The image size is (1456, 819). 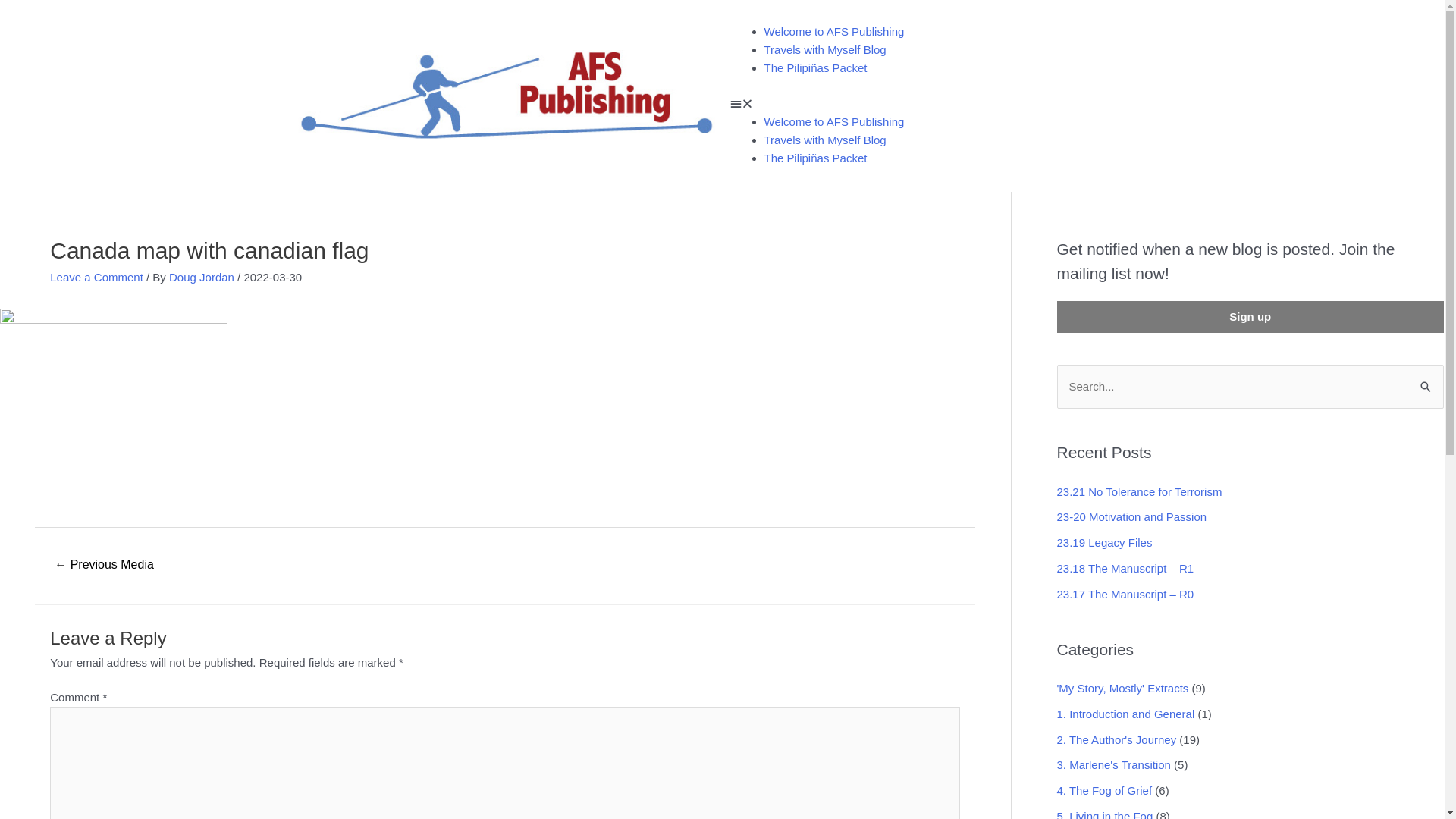 What do you see at coordinates (1125, 714) in the screenshot?
I see `'1. Introduction and General'` at bounding box center [1125, 714].